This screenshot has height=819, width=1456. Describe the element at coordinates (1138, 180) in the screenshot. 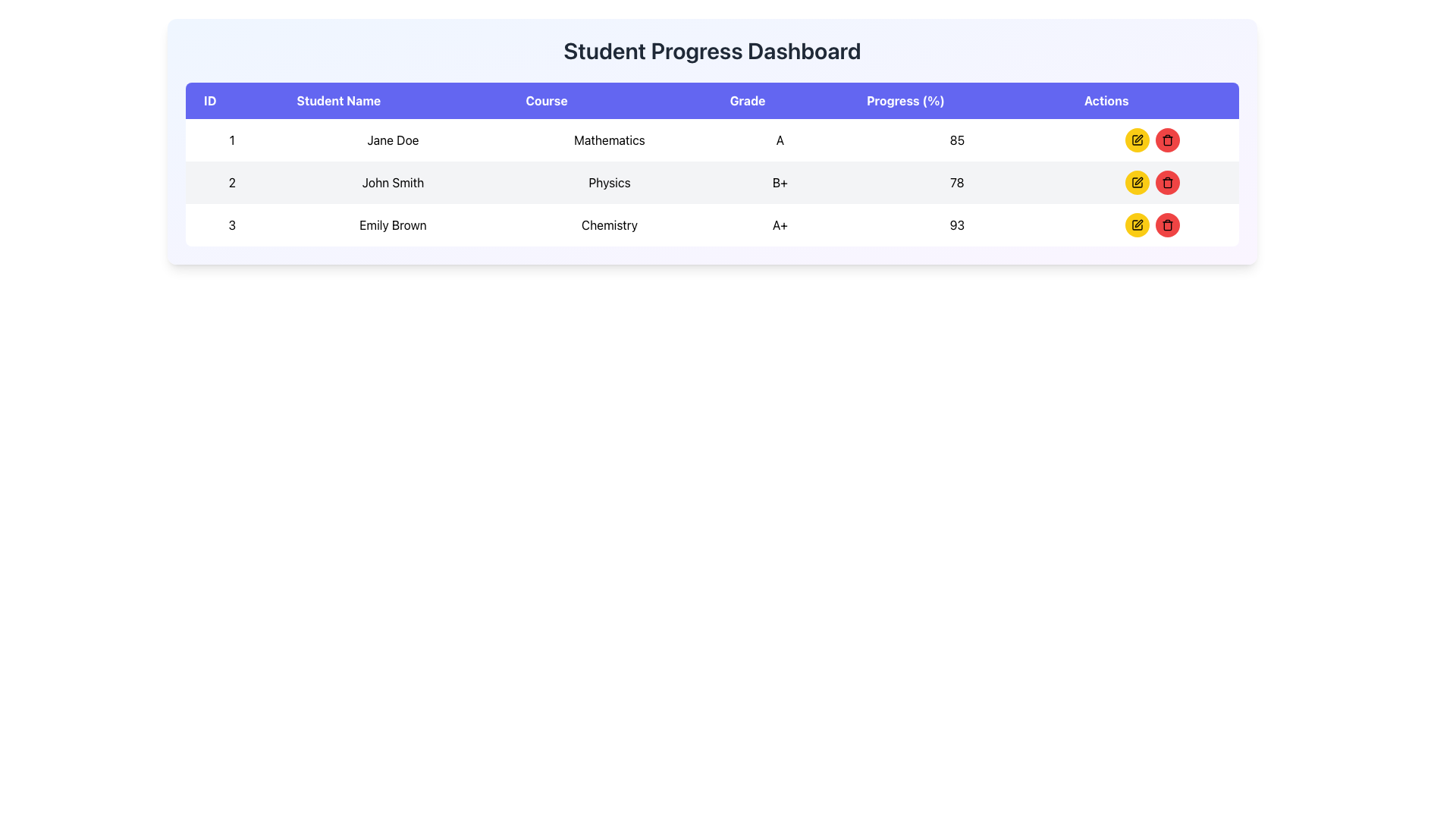

I see `the pen-shaped edit icon located in the 'Actions' column of the second row in the Student Progress Dashboard` at that location.